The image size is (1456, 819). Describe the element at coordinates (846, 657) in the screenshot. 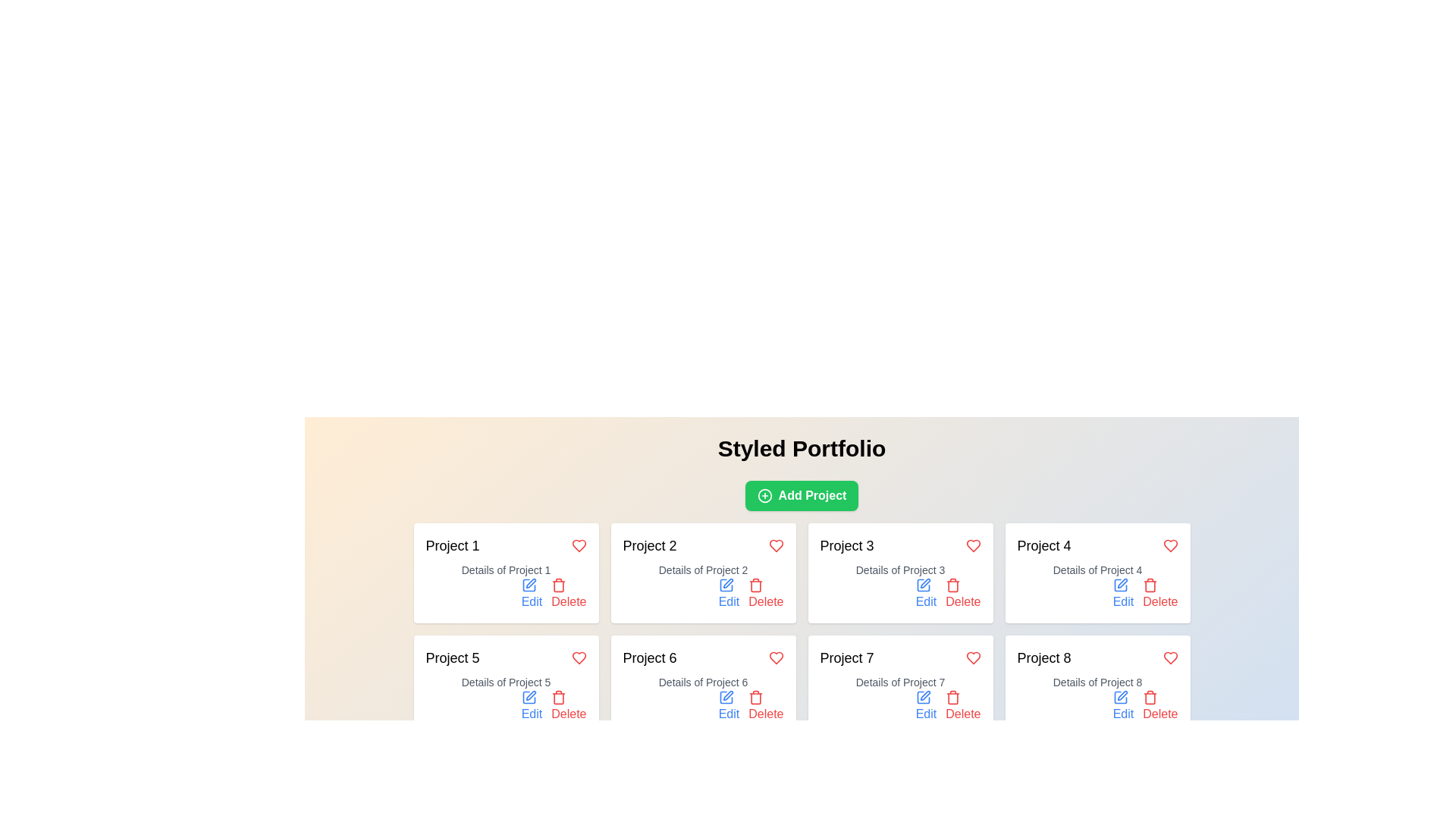

I see `the title text element that identifies the project, located in the second row and third column of the project card layout` at that location.